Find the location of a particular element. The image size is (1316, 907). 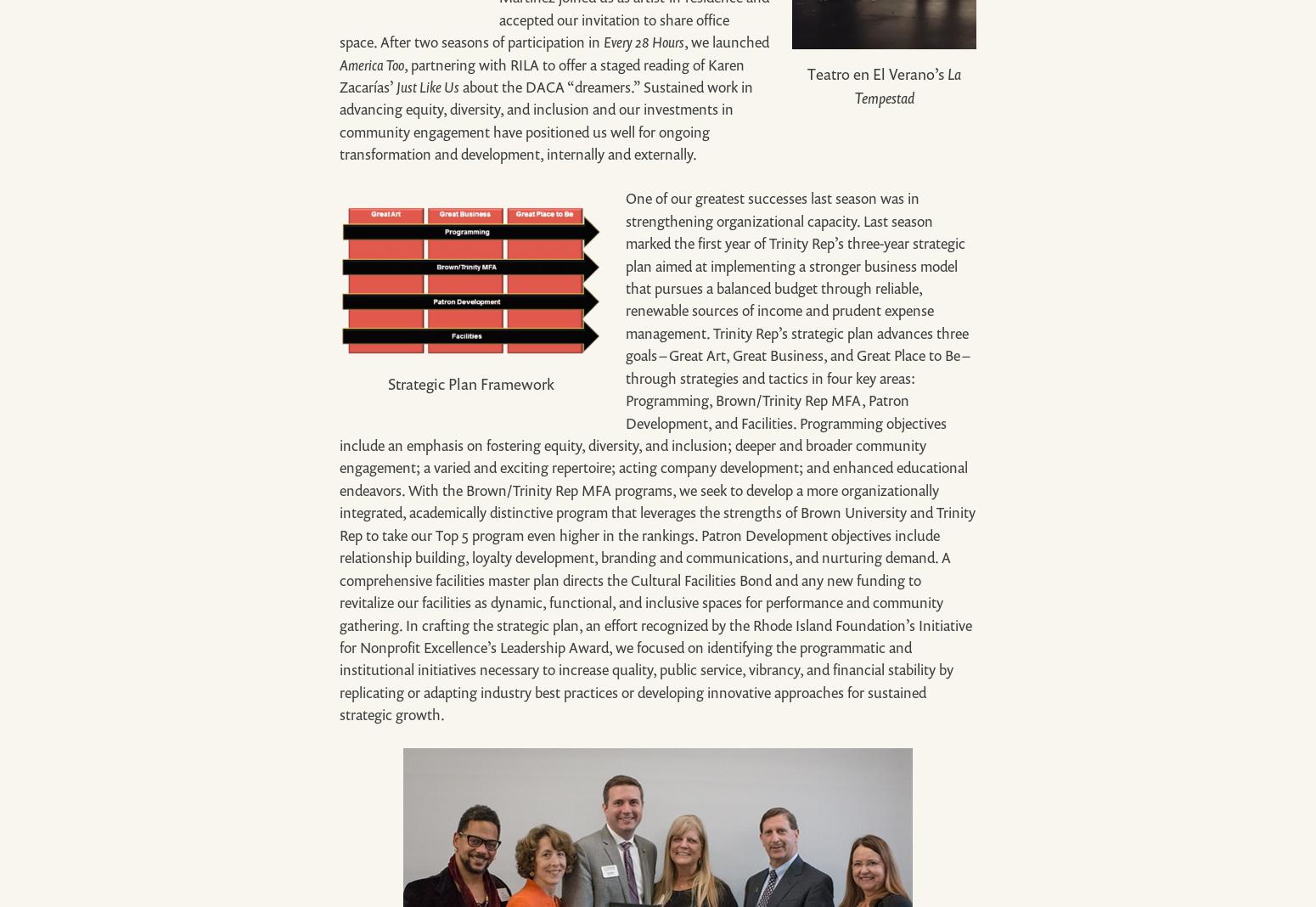

'La Tempestad' is located at coordinates (908, 85).